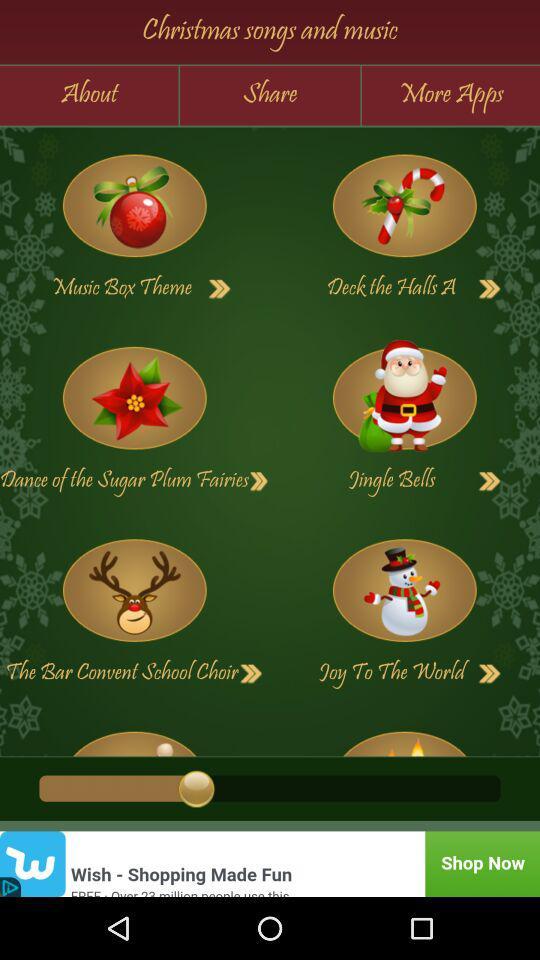 The height and width of the screenshot is (960, 540). What do you see at coordinates (259, 480) in the screenshot?
I see `song` at bounding box center [259, 480].